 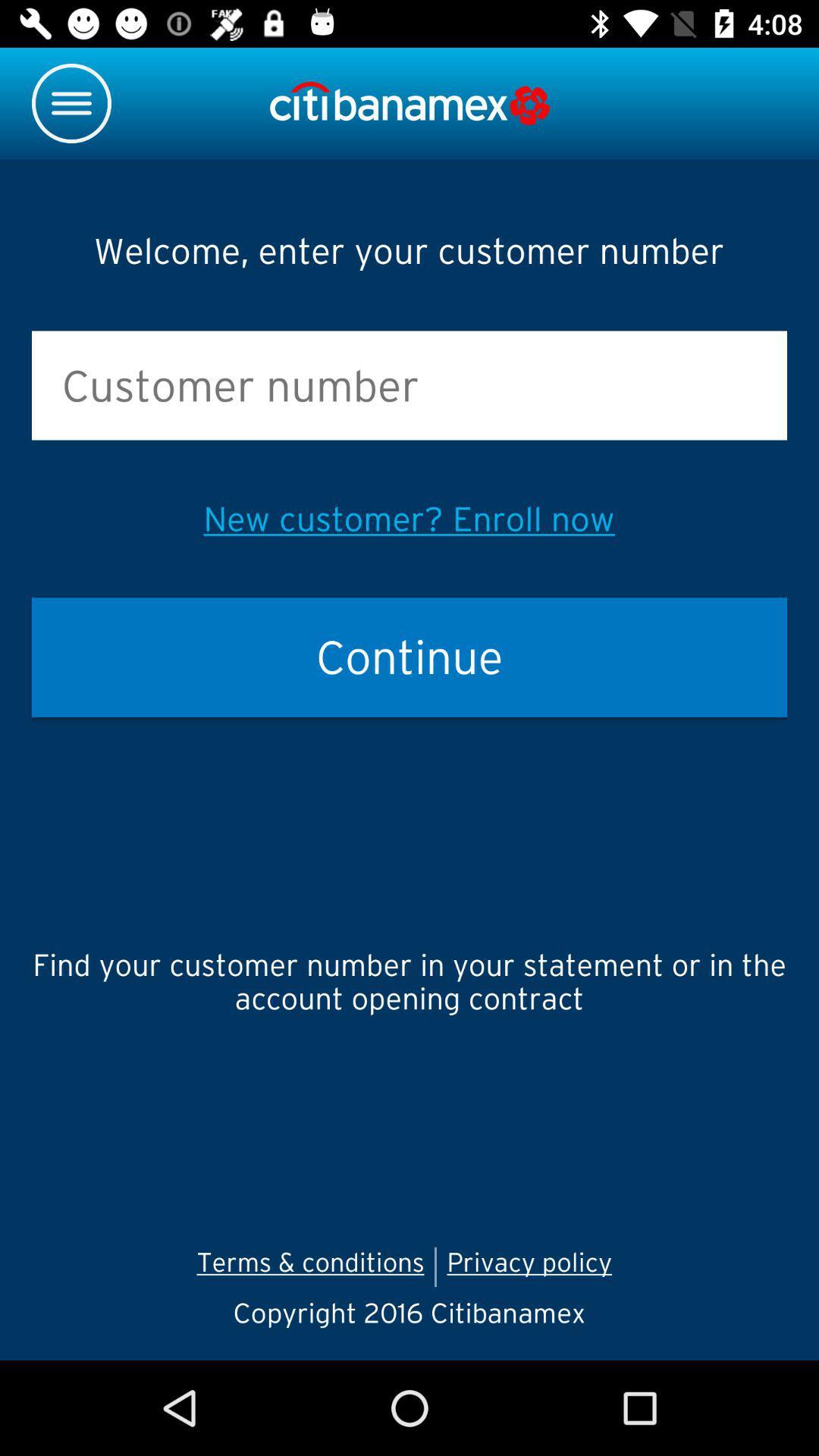 I want to click on continue item, so click(x=409, y=657).